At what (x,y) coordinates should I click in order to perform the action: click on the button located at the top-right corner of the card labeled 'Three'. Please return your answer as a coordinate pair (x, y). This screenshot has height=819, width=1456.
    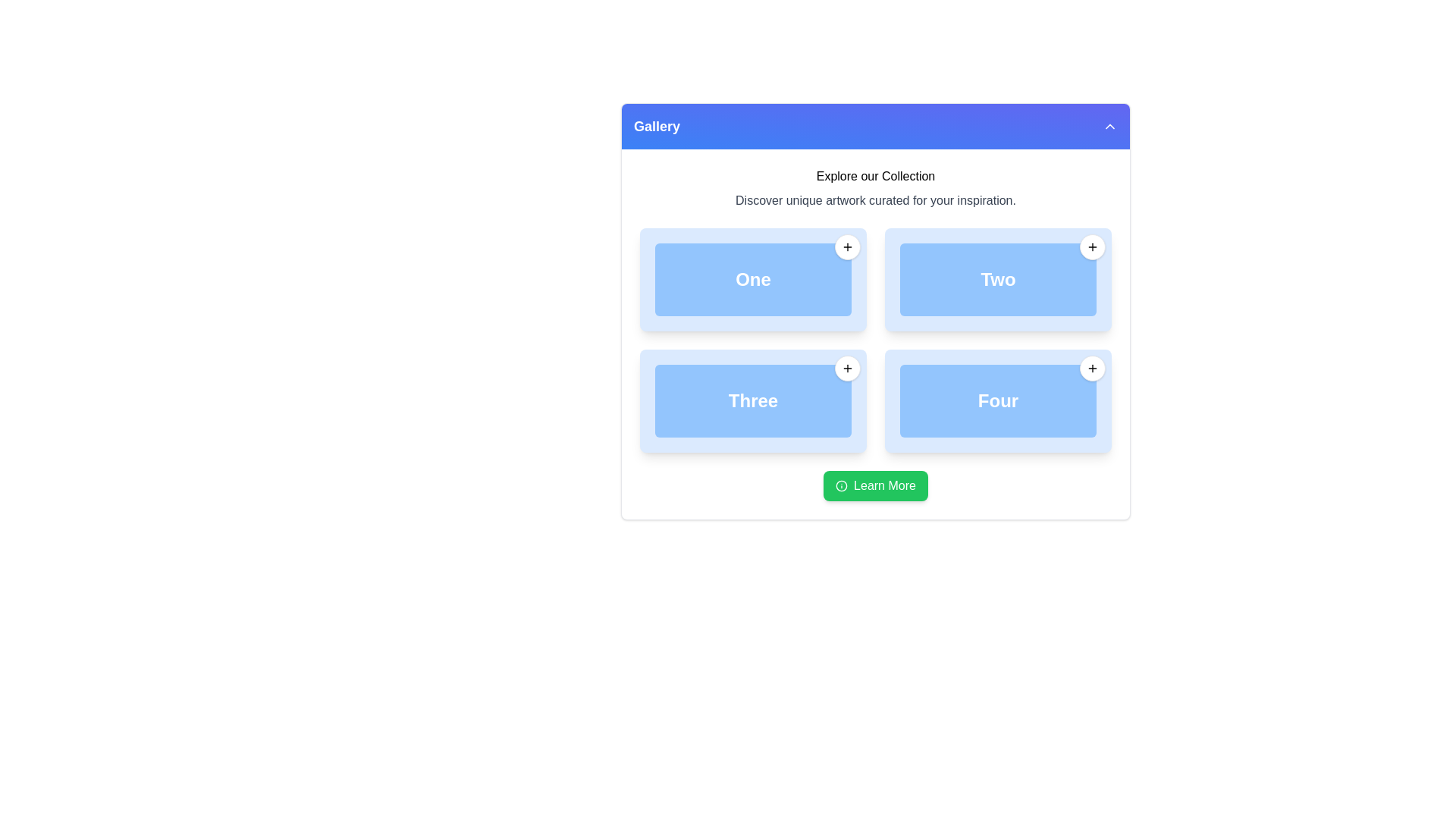
    Looking at the image, I should click on (847, 369).